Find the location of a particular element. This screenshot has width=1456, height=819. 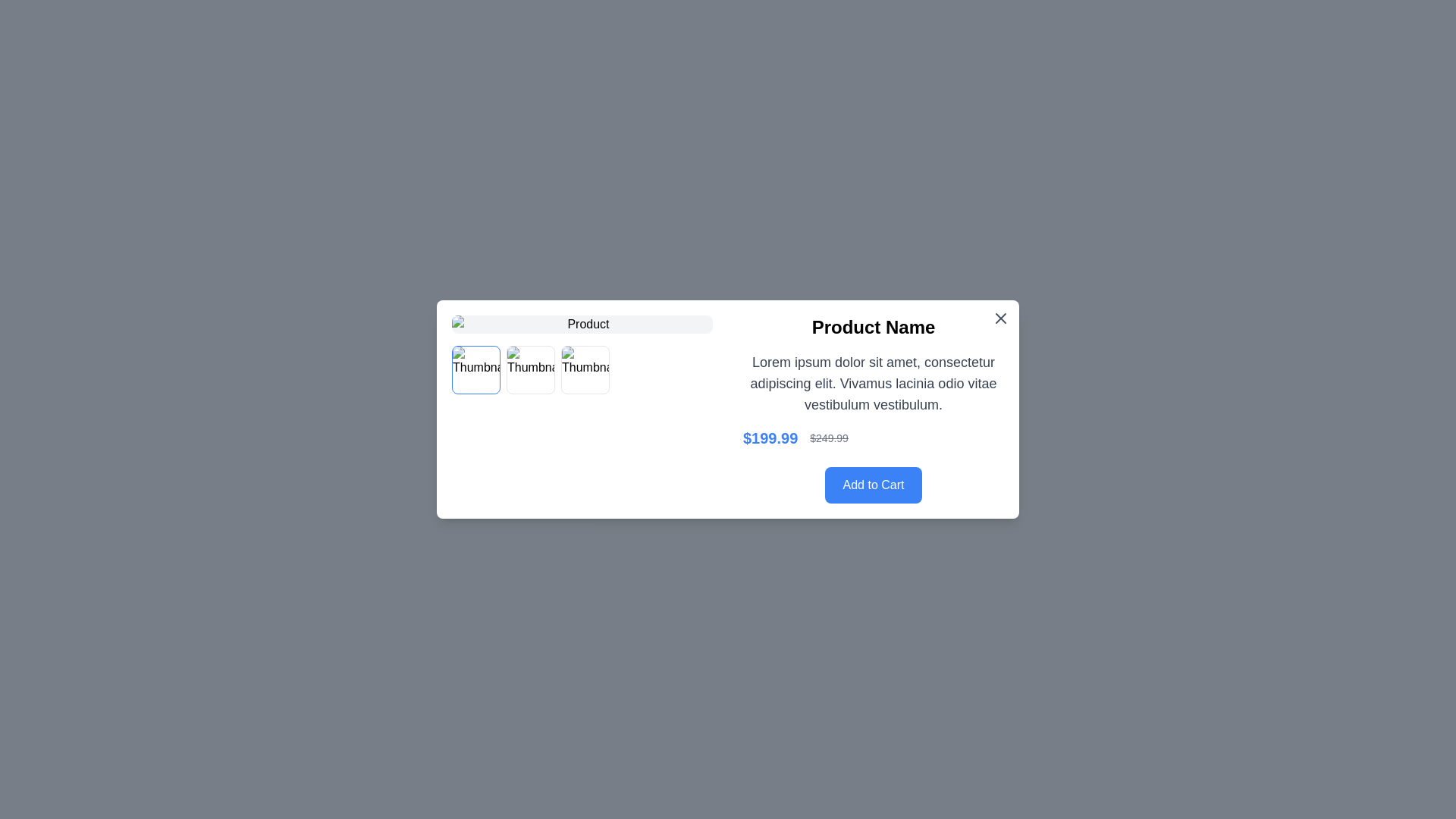

the text block displaying the paragraph styled in large gray font, located below the 'Product Name' heading and above the pricing information is located at coordinates (874, 382).